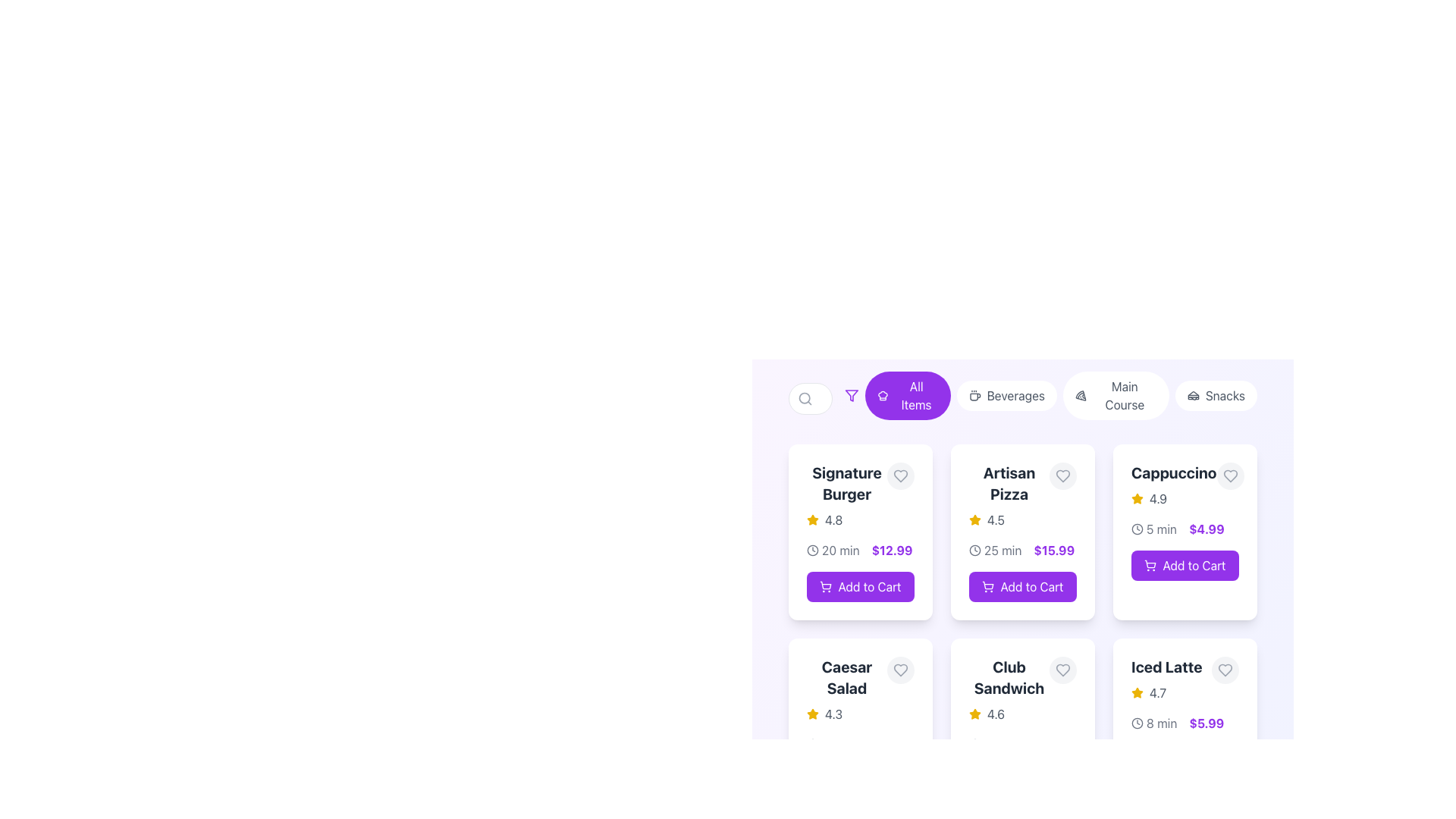  What do you see at coordinates (1185, 485) in the screenshot?
I see `title and rating information from the cappuccino item display located at the top section of the card in the rightmost column` at bounding box center [1185, 485].